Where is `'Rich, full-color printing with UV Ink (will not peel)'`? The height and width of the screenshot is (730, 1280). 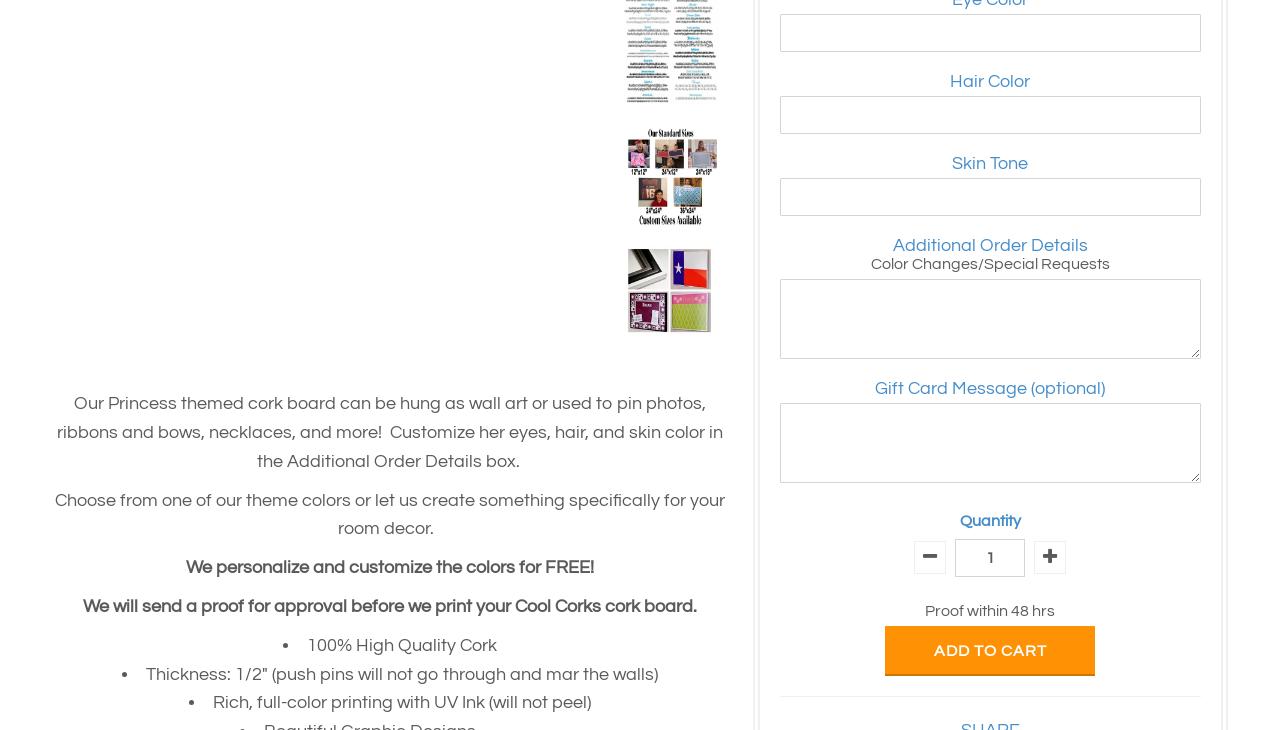
'Rich, full-color printing with UV Ink (will not peel)' is located at coordinates (401, 702).